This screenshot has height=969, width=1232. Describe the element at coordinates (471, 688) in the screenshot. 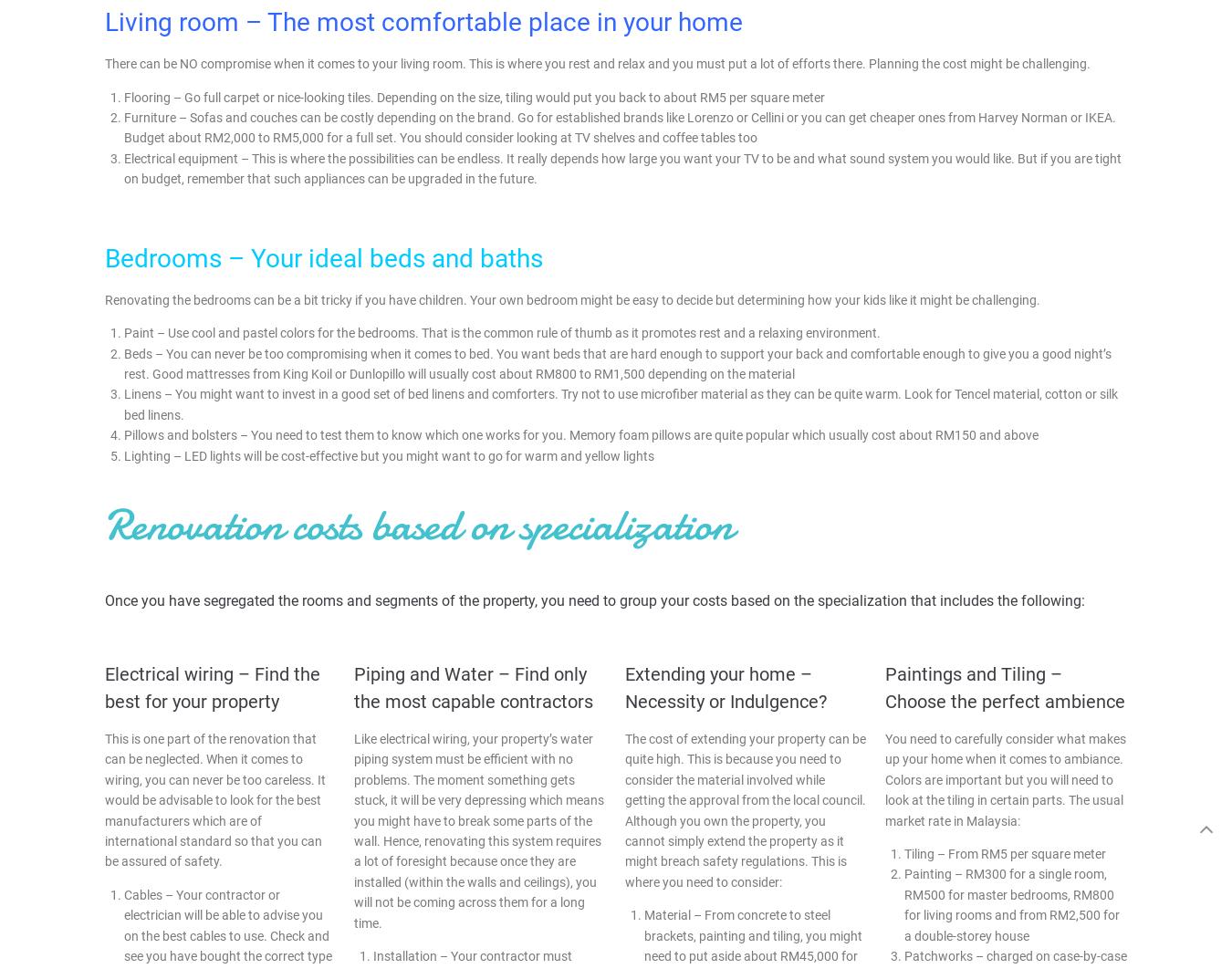

I see `'Piping and Water – Find only the most capable contractors'` at that location.